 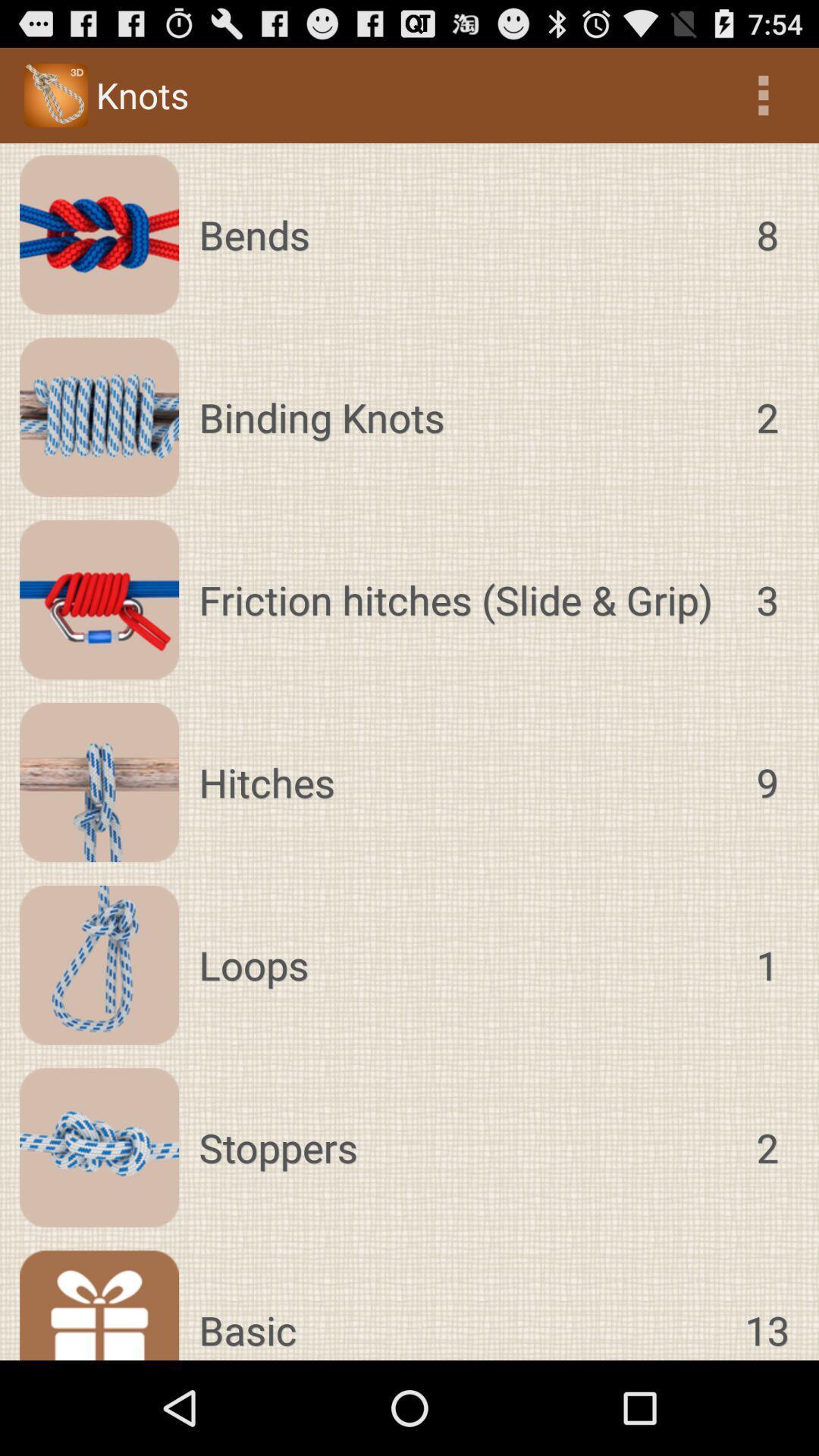 I want to click on item next to basic icon, so click(x=767, y=1304).